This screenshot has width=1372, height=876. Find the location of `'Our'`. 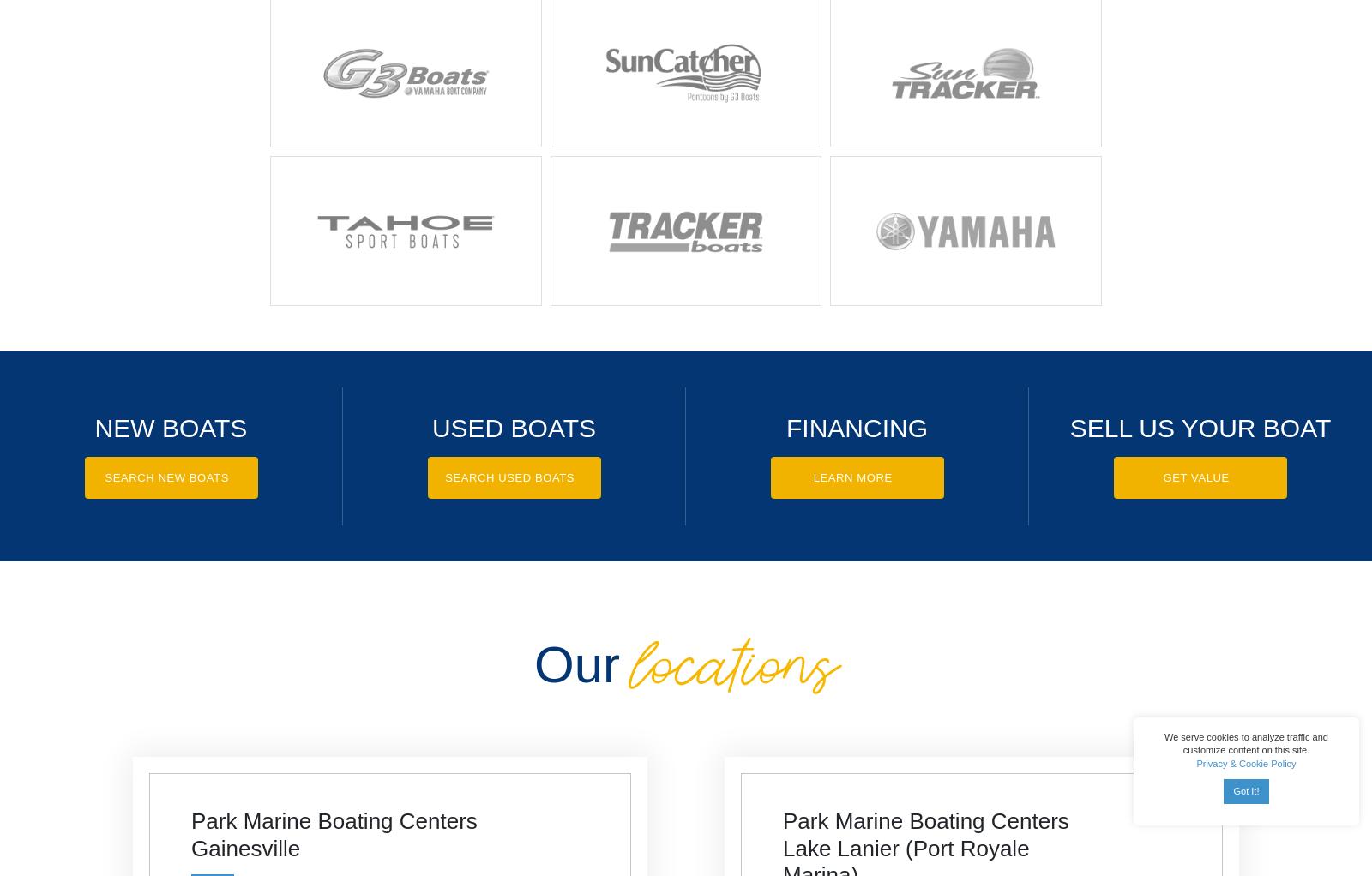

'Our' is located at coordinates (576, 663).